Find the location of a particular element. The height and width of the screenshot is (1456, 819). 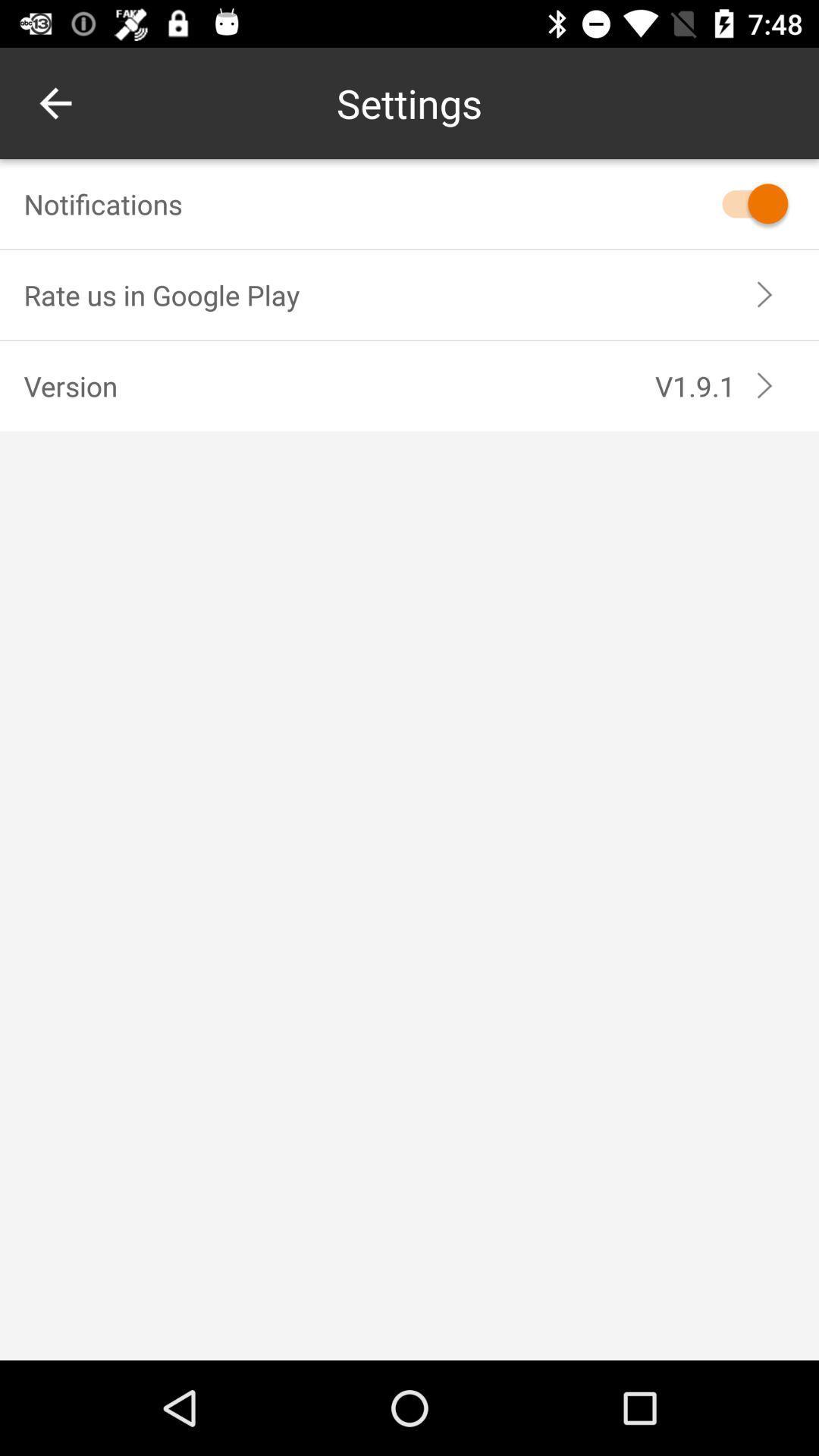

notifications is located at coordinates (747, 202).